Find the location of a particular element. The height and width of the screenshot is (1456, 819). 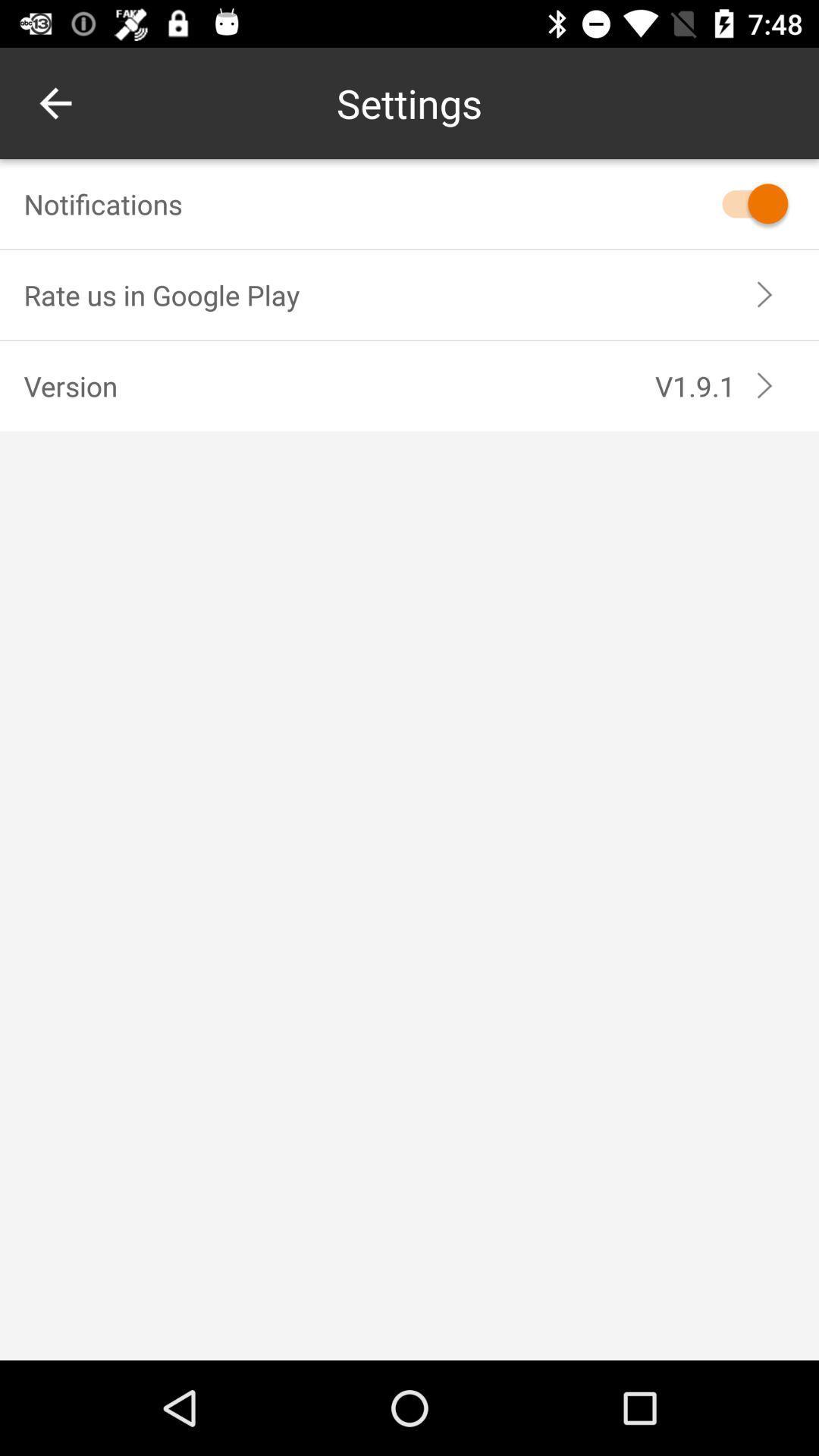

notifications is located at coordinates (747, 202).